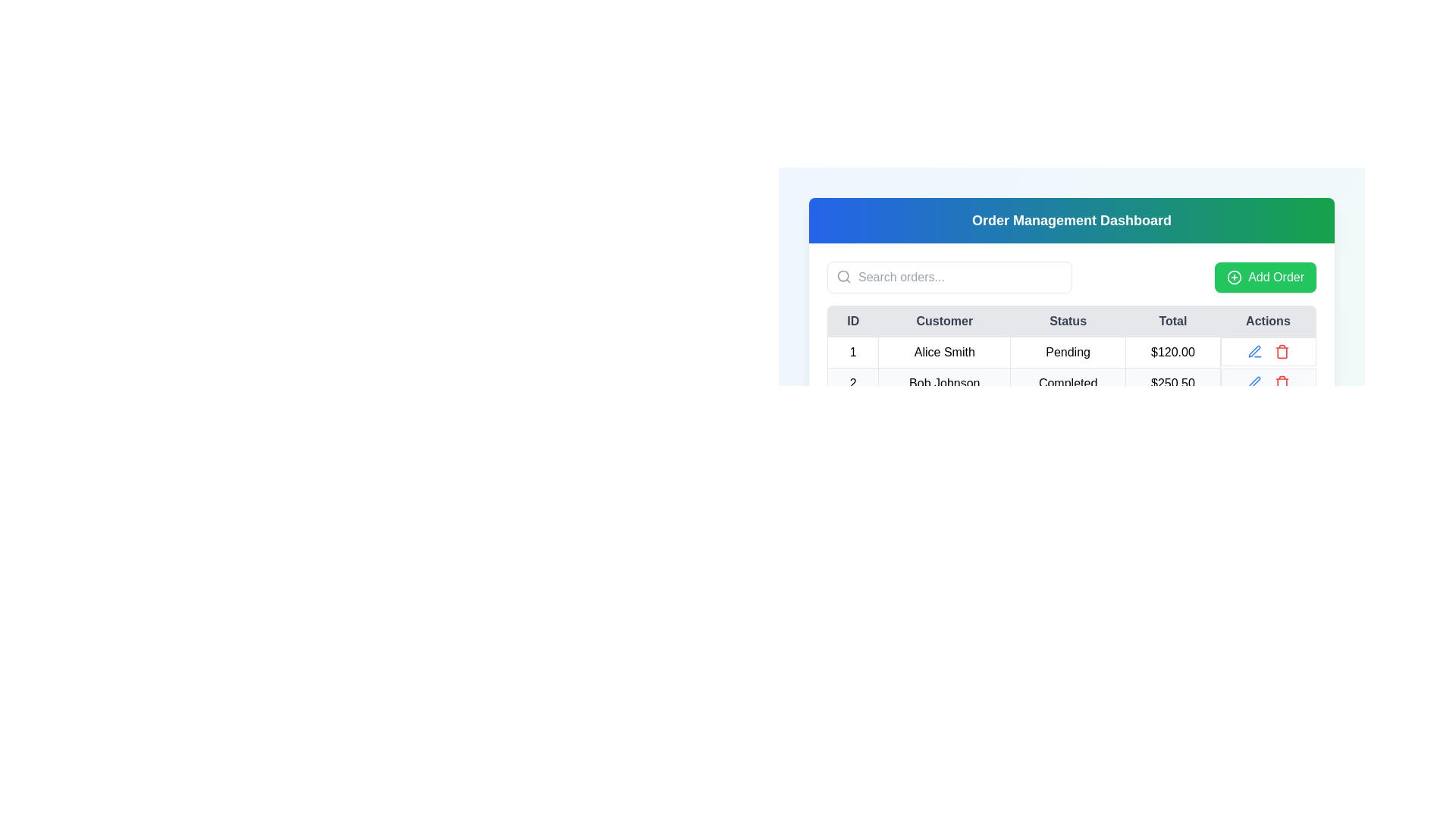  Describe the element at coordinates (1281, 351) in the screenshot. I see `the delete button icon located in the 'Actions' column of the data table, specifically associated with the second row entry, to possibly view a tooltip` at that location.